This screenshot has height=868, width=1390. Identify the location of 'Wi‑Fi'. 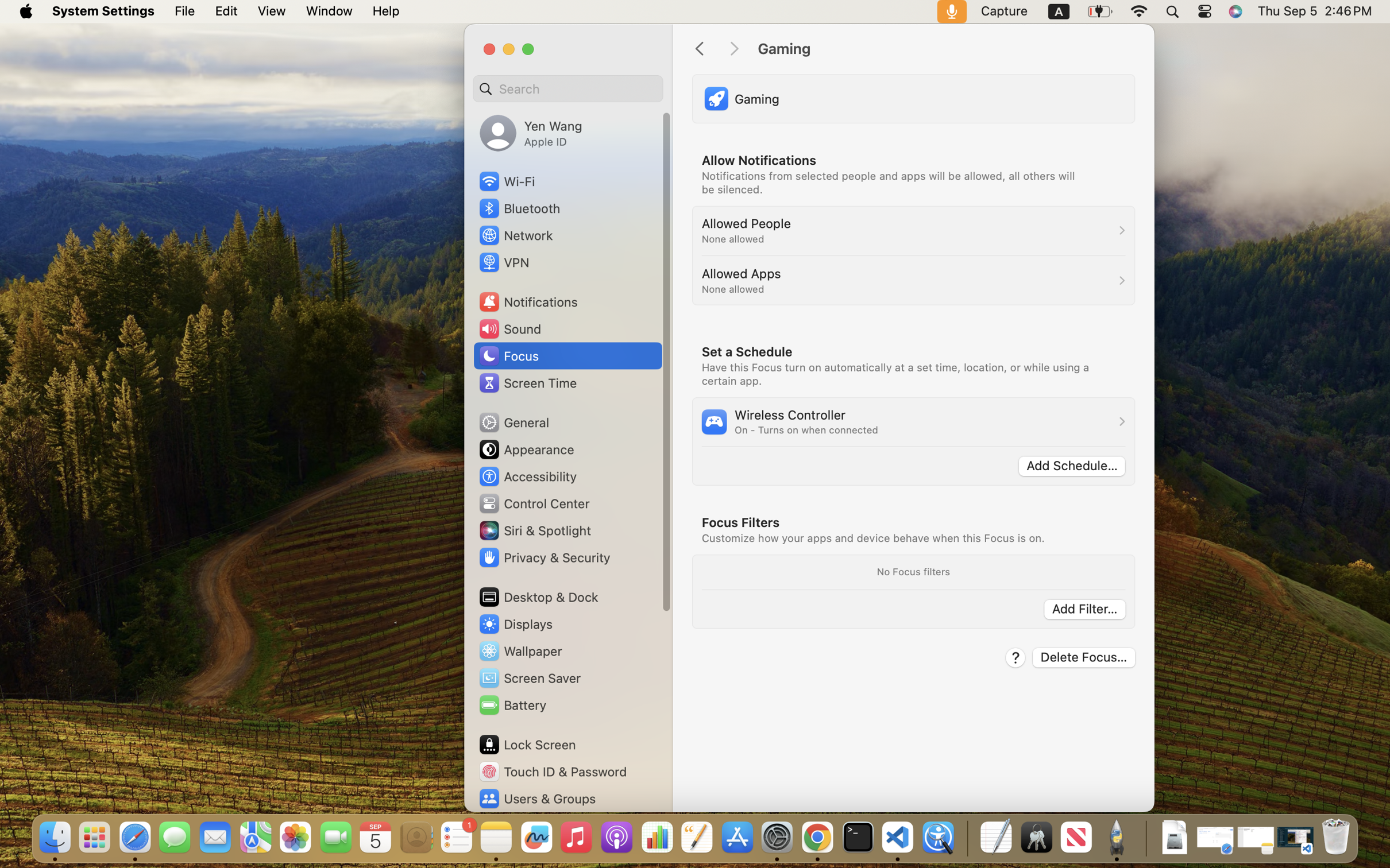
(506, 181).